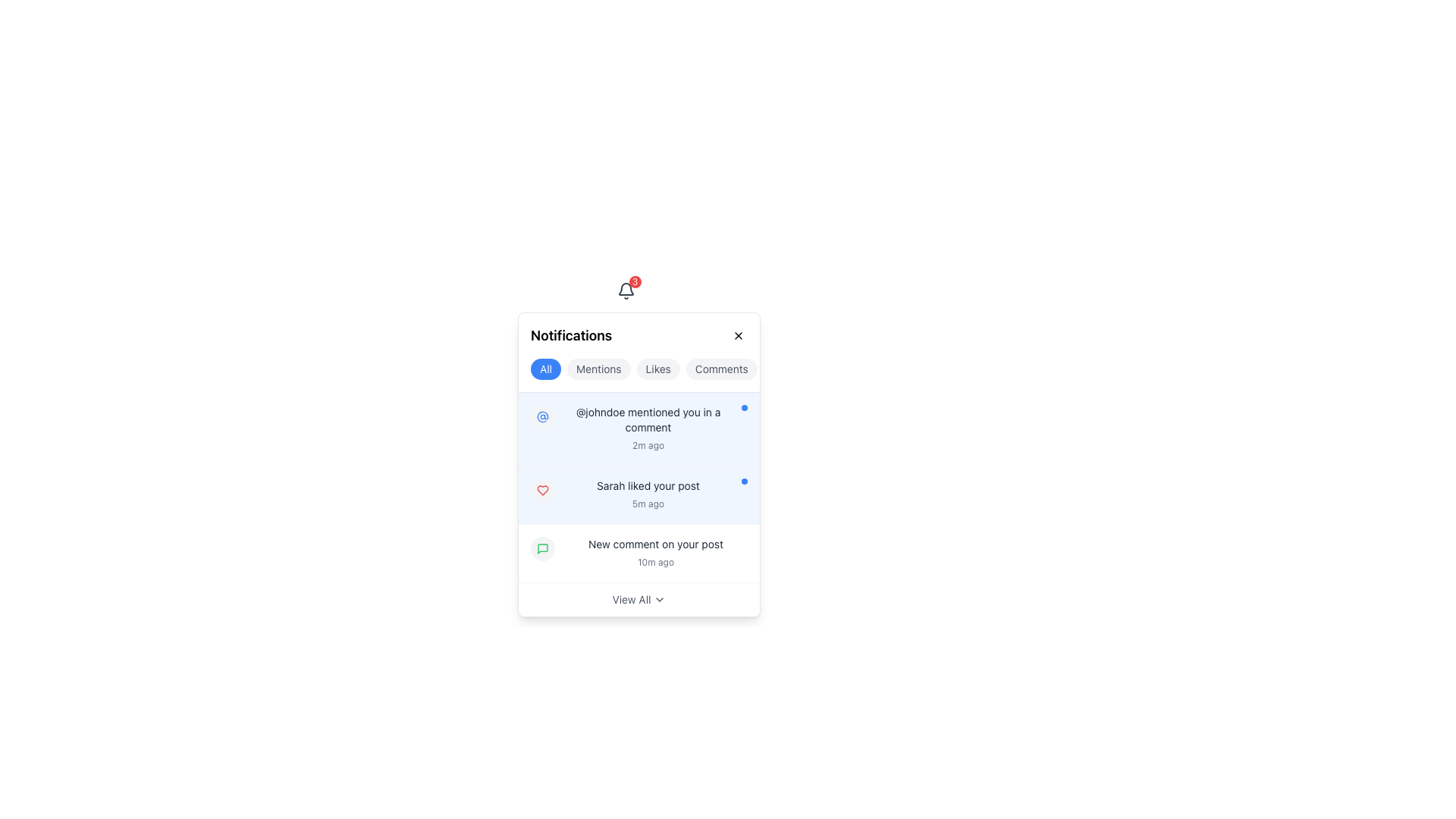  What do you see at coordinates (648, 429) in the screenshot?
I see `the notification alert indicating that '@johndoe' mentioned the user in a comment, which is the first entry in the notifications panel` at bounding box center [648, 429].